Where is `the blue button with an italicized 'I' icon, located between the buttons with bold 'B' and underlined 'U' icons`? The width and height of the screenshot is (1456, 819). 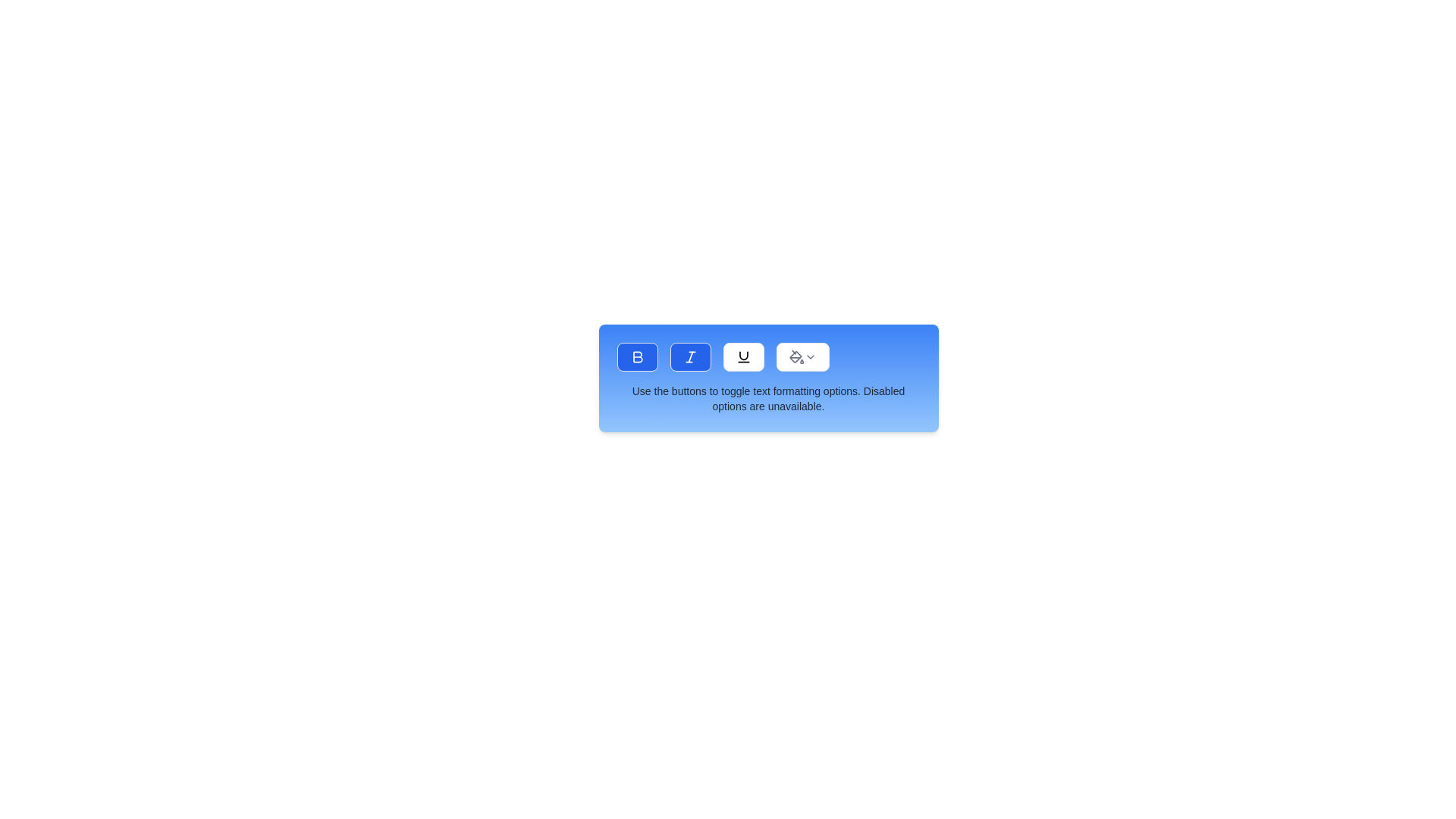 the blue button with an italicized 'I' icon, located between the buttons with bold 'B' and underlined 'U' icons is located at coordinates (689, 356).